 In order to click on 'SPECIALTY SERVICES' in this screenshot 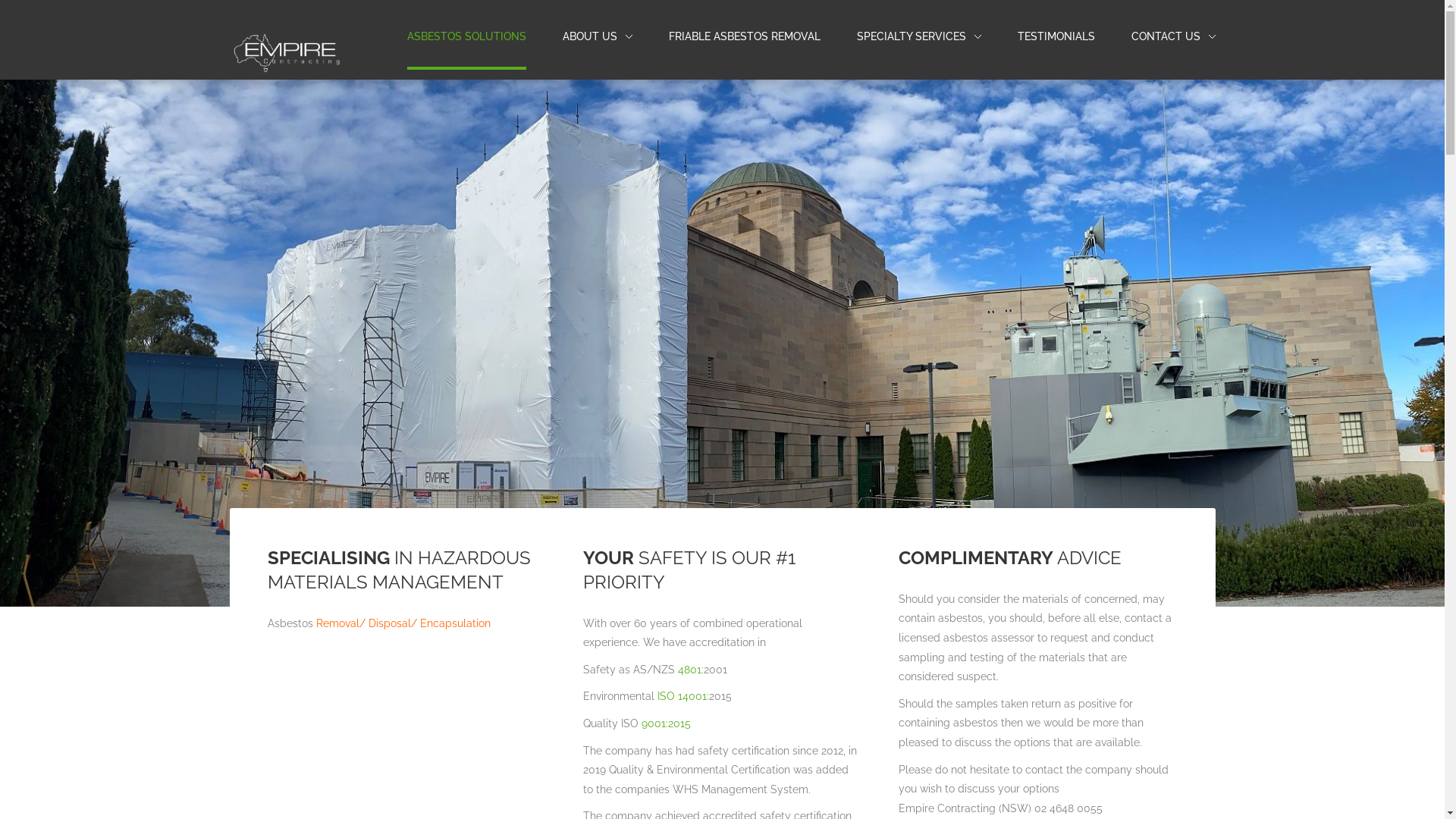, I will do `click(910, 35)`.